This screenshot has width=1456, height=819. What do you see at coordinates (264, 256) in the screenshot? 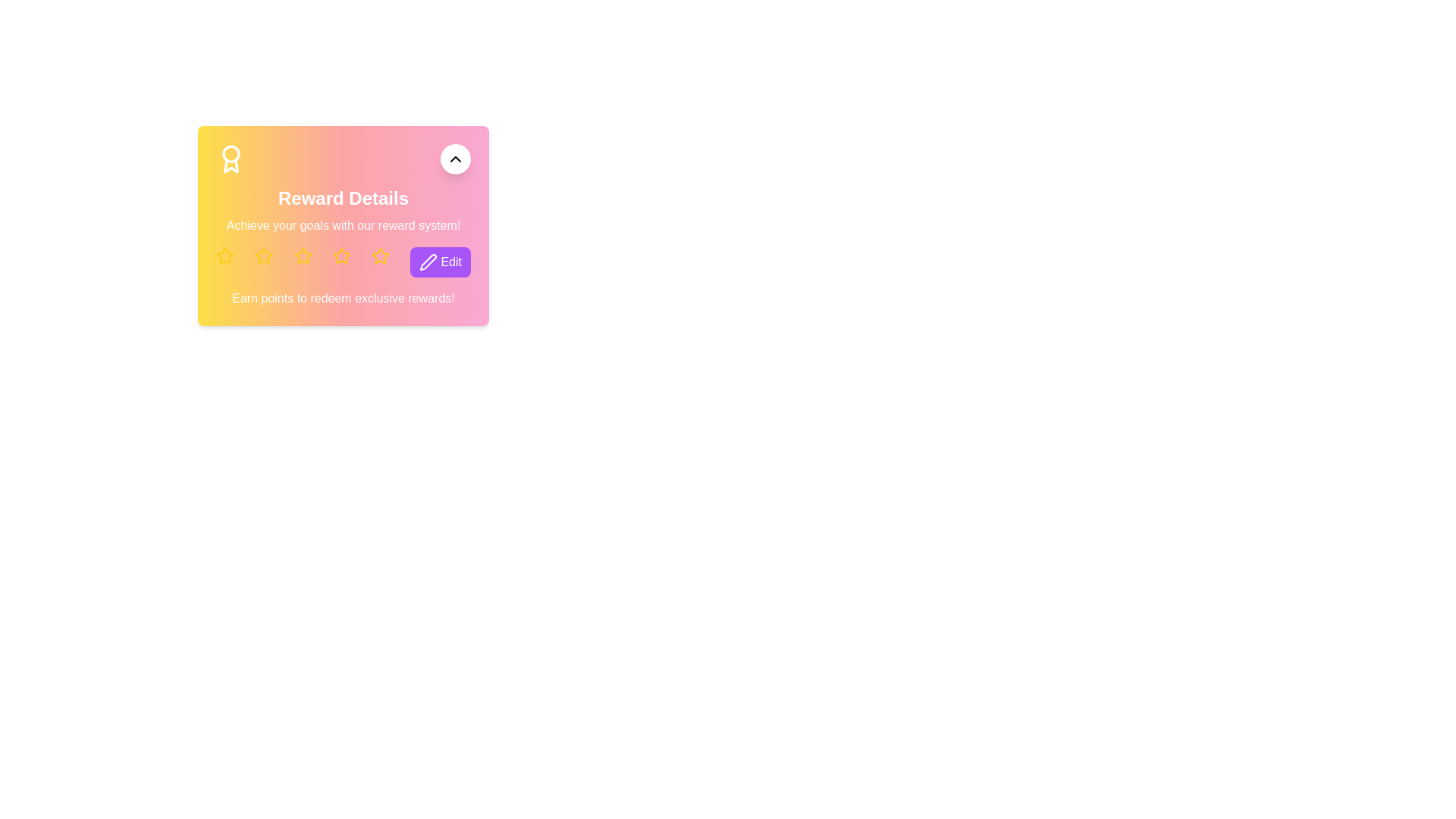
I see `the second yellow star icon in the 'Reward Details' section, which serves as a visual indicator for rating` at bounding box center [264, 256].